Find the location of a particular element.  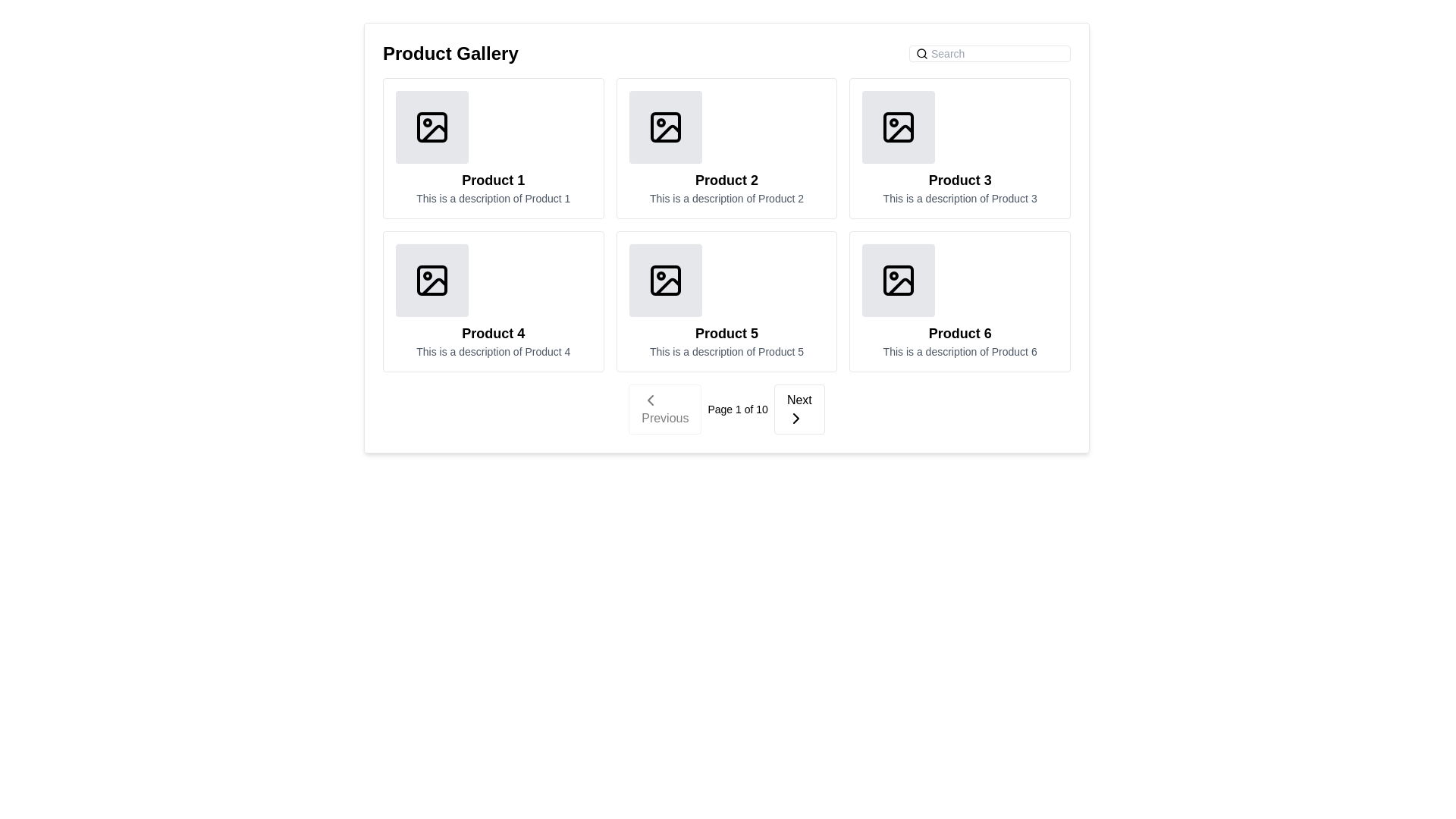

the Text Label that displays the current page number in the pagination system, located between the 'Previous' and 'Next' buttons is located at coordinates (738, 409).